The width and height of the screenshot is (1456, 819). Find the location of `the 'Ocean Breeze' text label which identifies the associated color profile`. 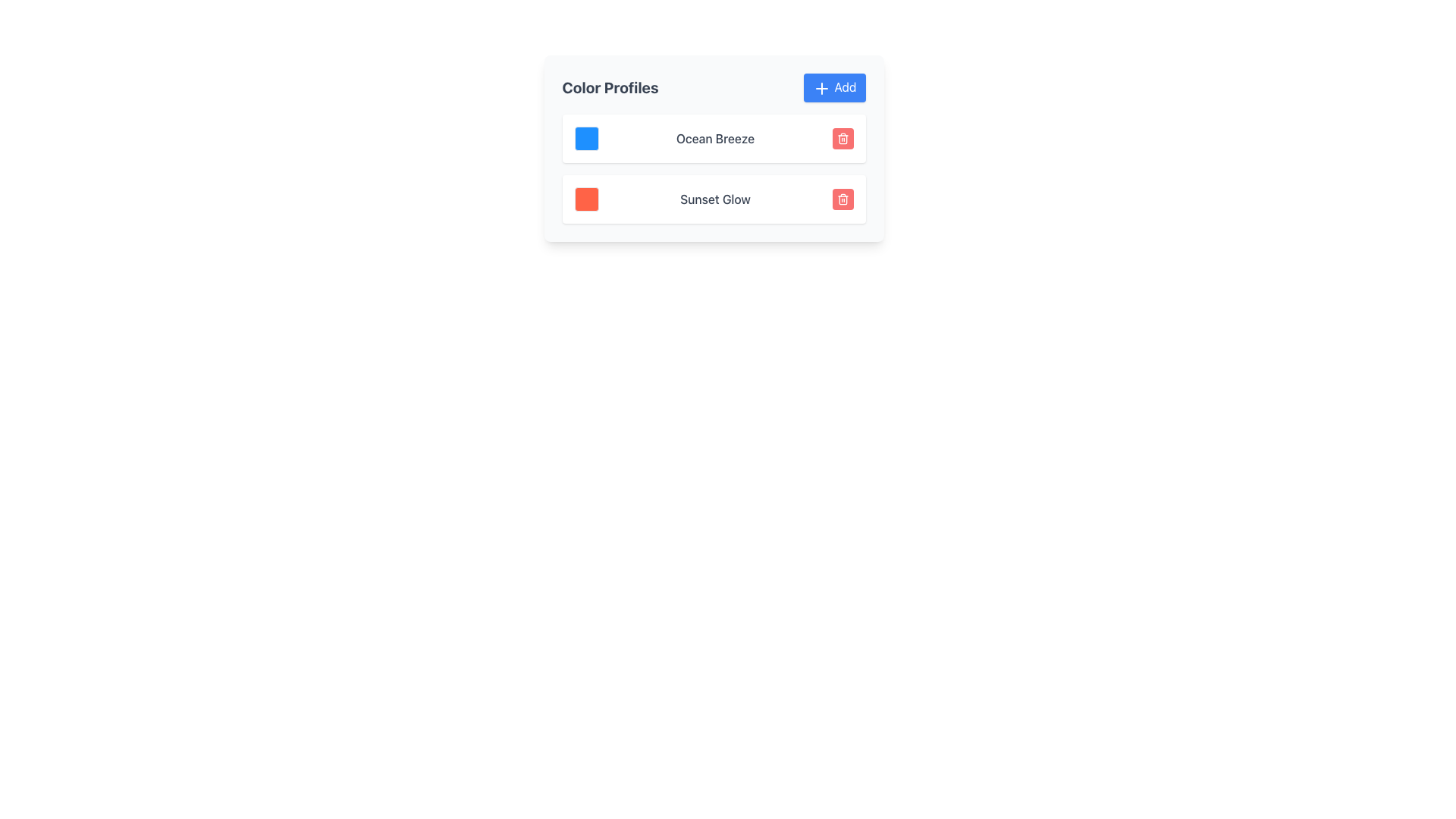

the 'Ocean Breeze' text label which identifies the associated color profile is located at coordinates (714, 138).